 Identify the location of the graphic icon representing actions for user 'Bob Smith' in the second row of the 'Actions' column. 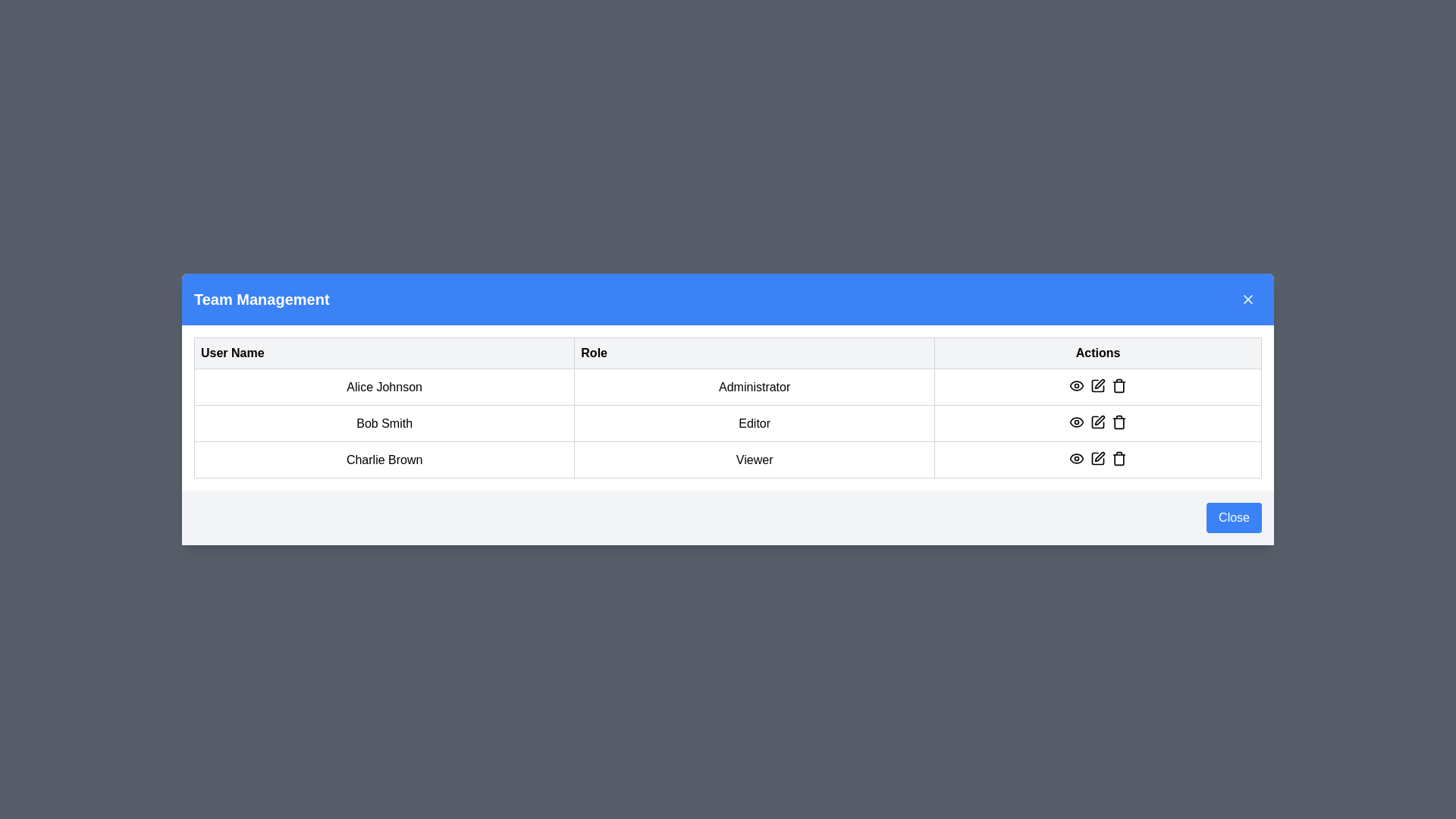
(1098, 422).